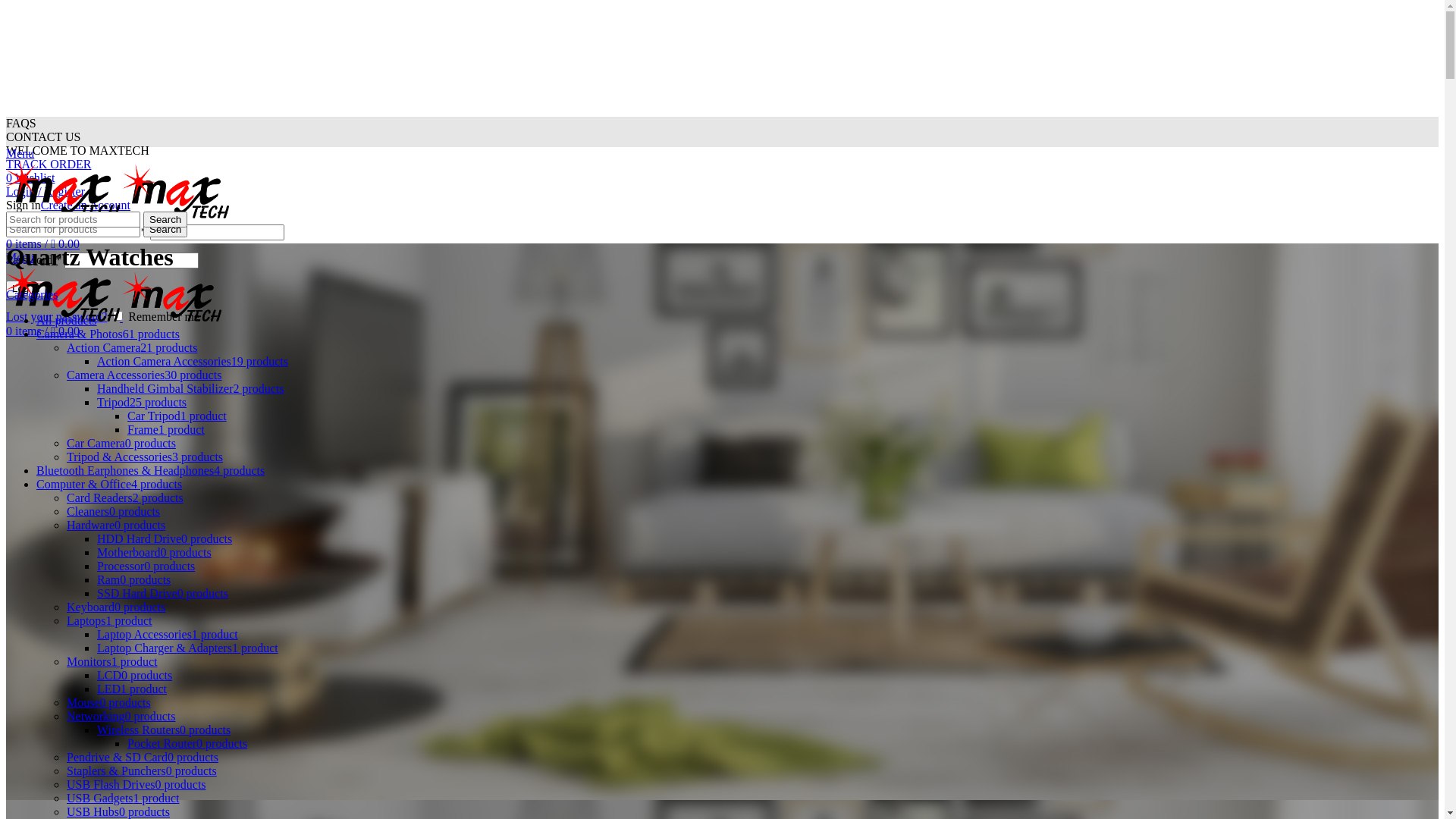 The height and width of the screenshot is (819, 1456). Describe the element at coordinates (133, 579) in the screenshot. I see `'Ram0 products'` at that location.